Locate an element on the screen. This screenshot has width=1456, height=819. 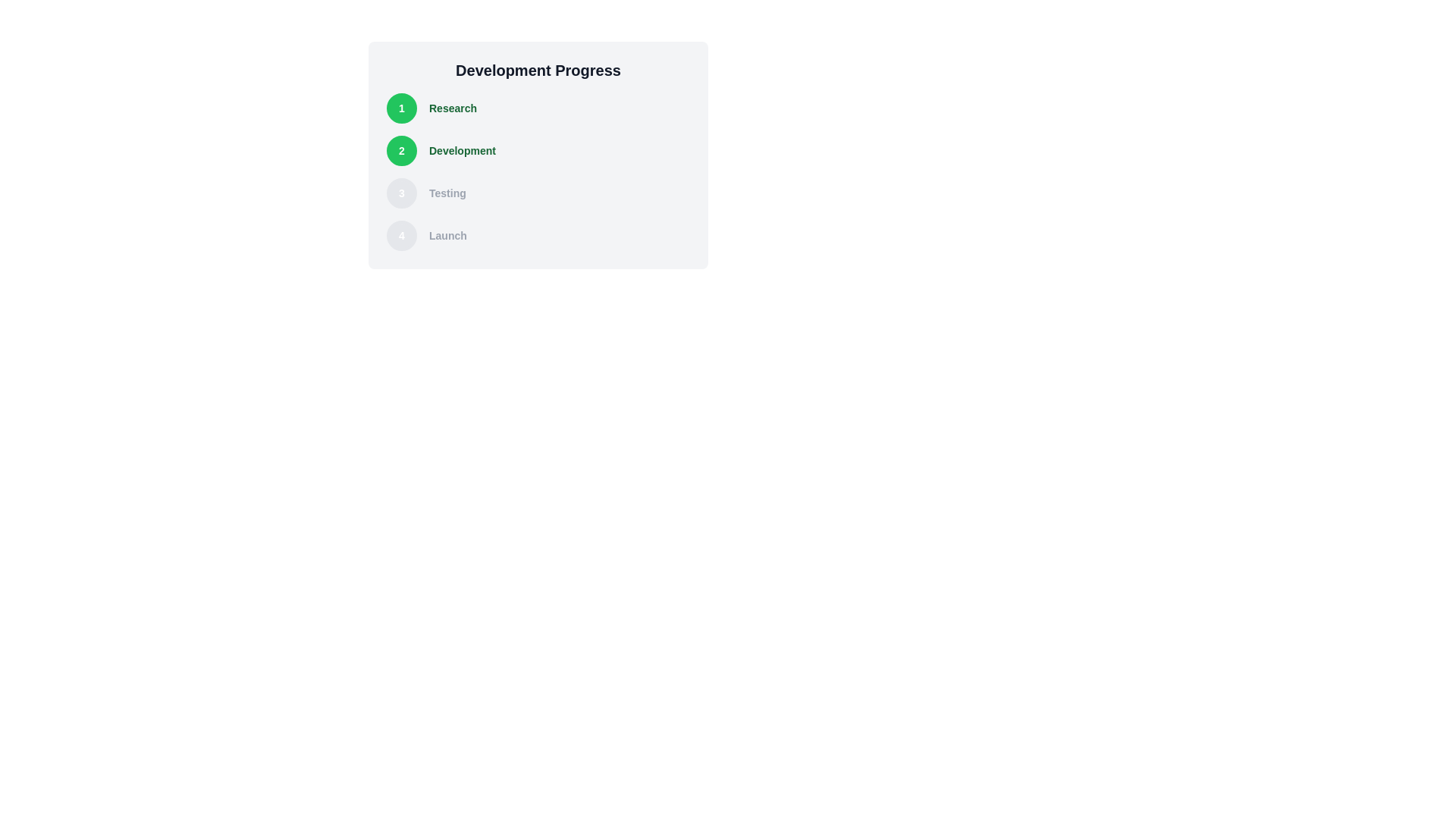
the Circular interactive element indicating 'Development' in the vertical progress tracker is located at coordinates (401, 151).